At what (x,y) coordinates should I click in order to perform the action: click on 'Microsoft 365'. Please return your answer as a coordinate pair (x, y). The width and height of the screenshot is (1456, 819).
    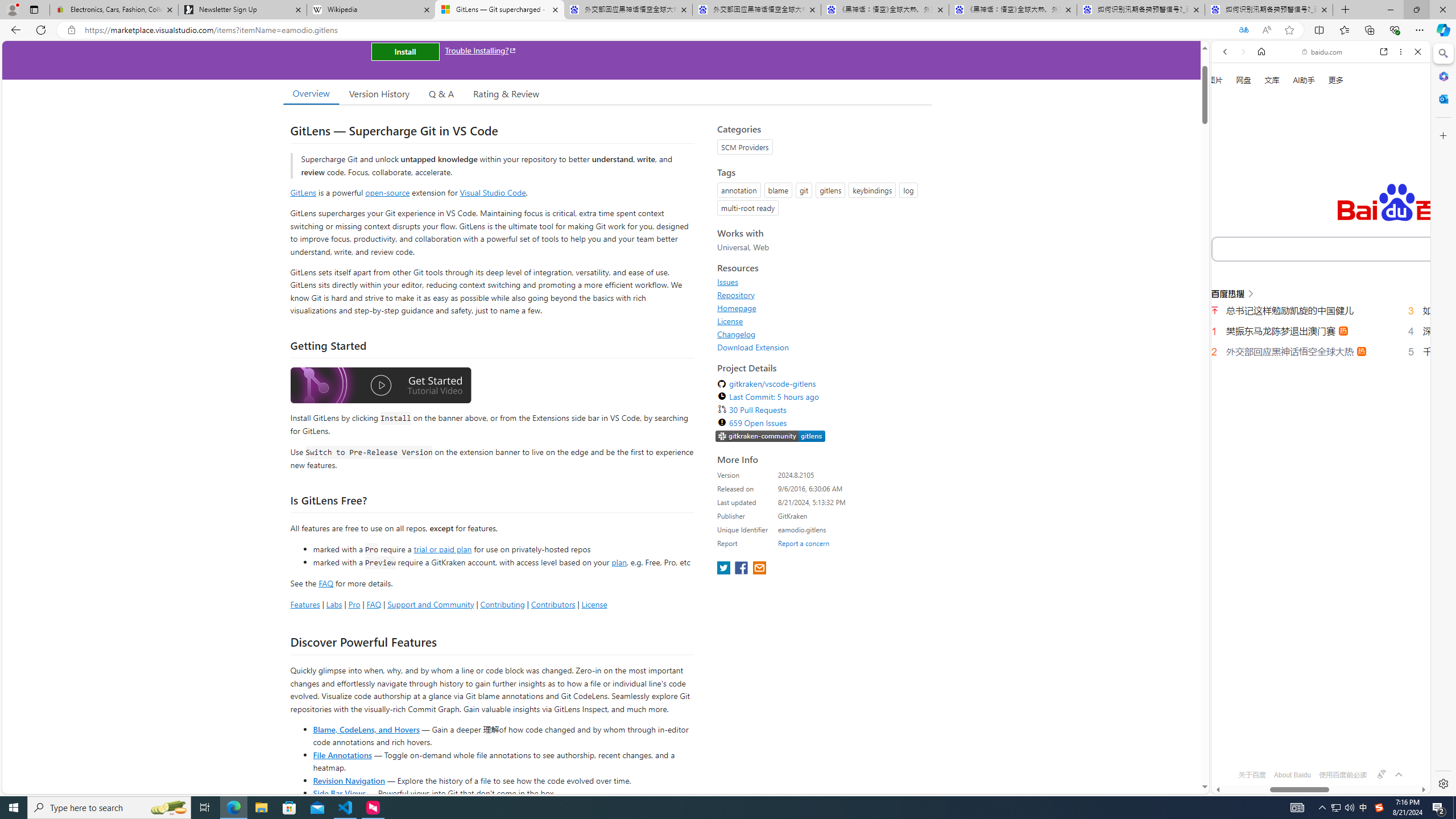
    Looking at the image, I should click on (1442, 76).